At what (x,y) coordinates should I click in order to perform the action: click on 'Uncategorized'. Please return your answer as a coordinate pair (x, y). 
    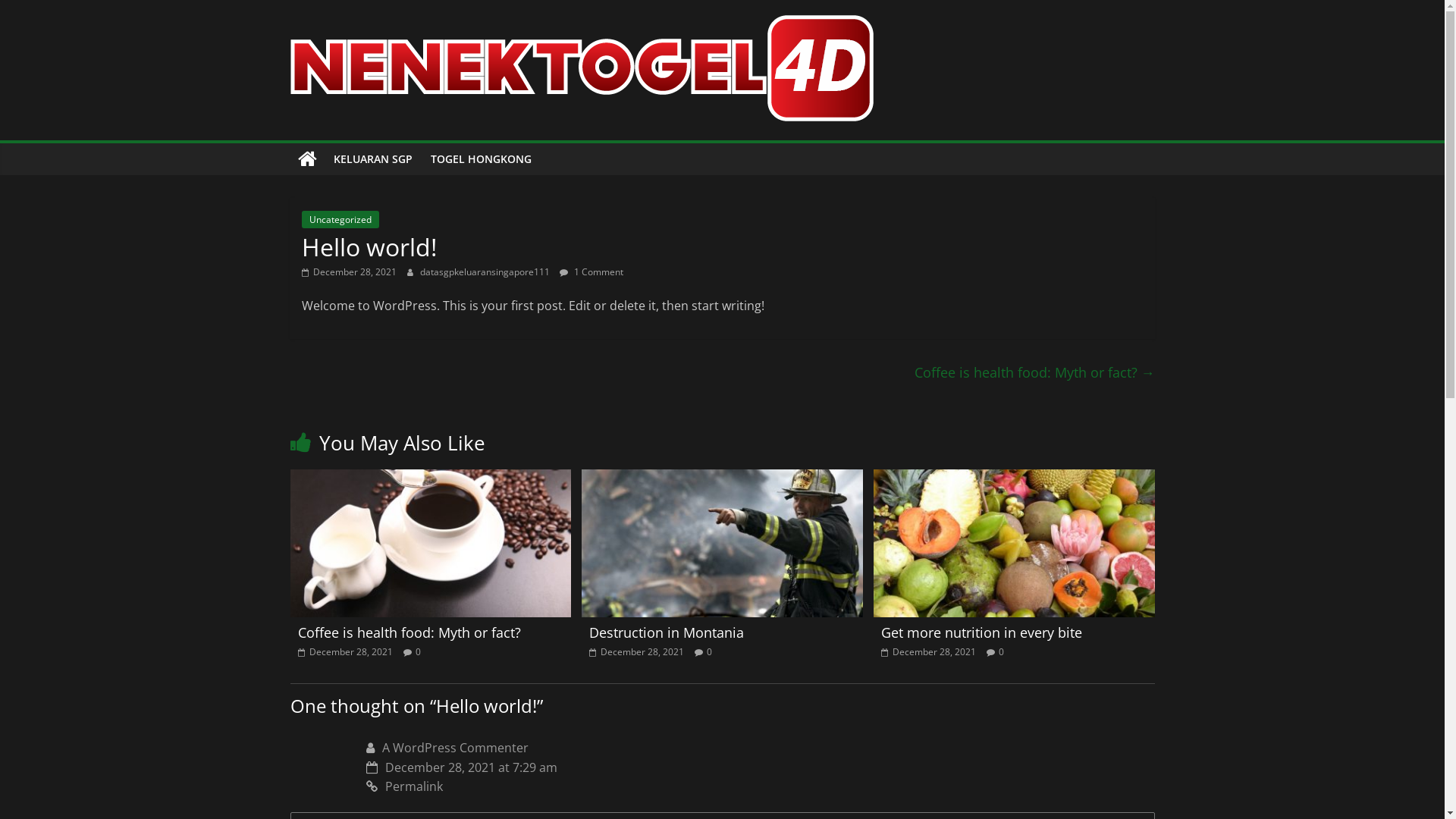
    Looking at the image, I should click on (340, 219).